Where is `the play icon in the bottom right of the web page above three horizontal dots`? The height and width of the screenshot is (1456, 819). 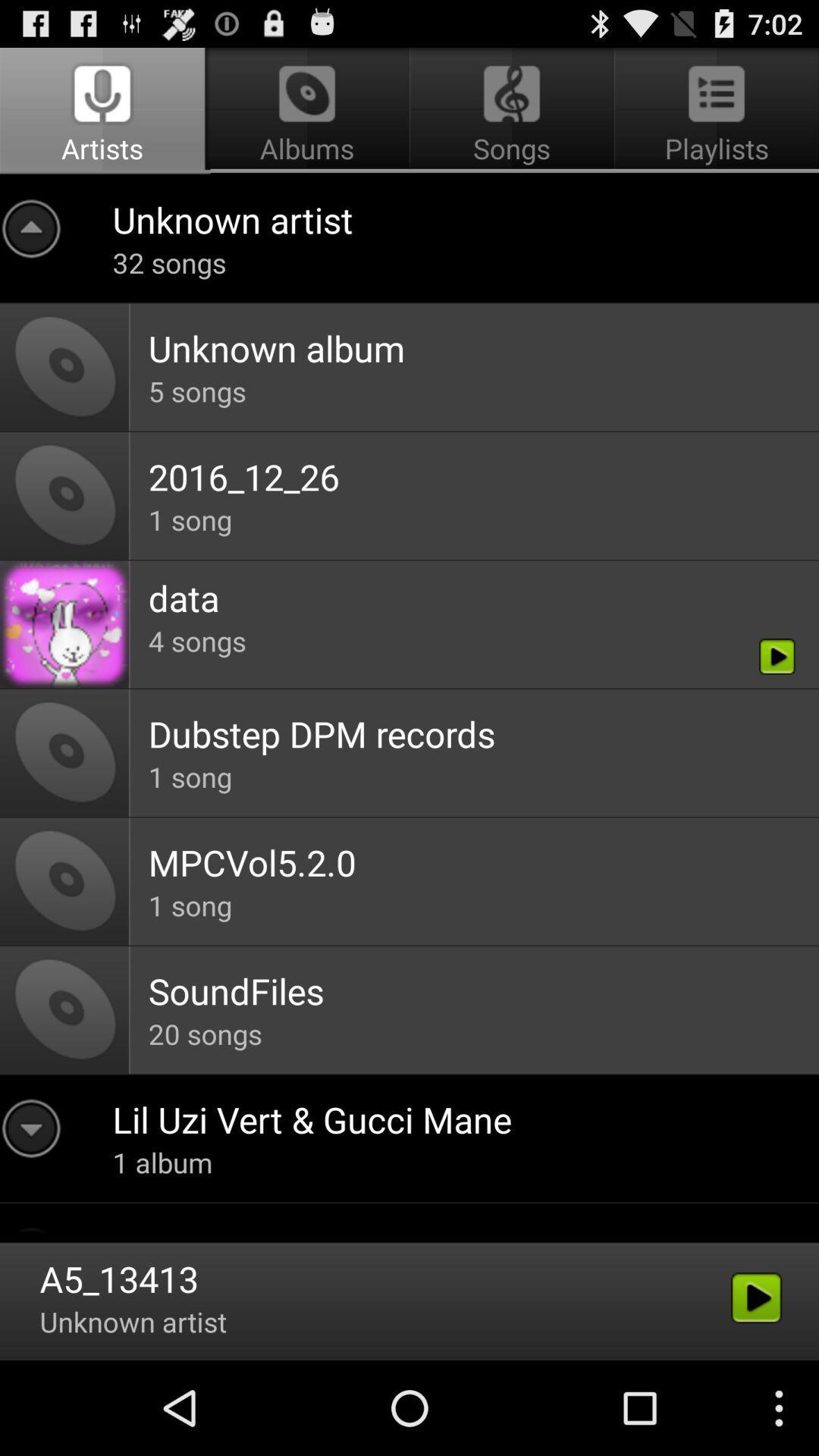 the play icon in the bottom right of the web page above three horizontal dots is located at coordinates (757, 1298).